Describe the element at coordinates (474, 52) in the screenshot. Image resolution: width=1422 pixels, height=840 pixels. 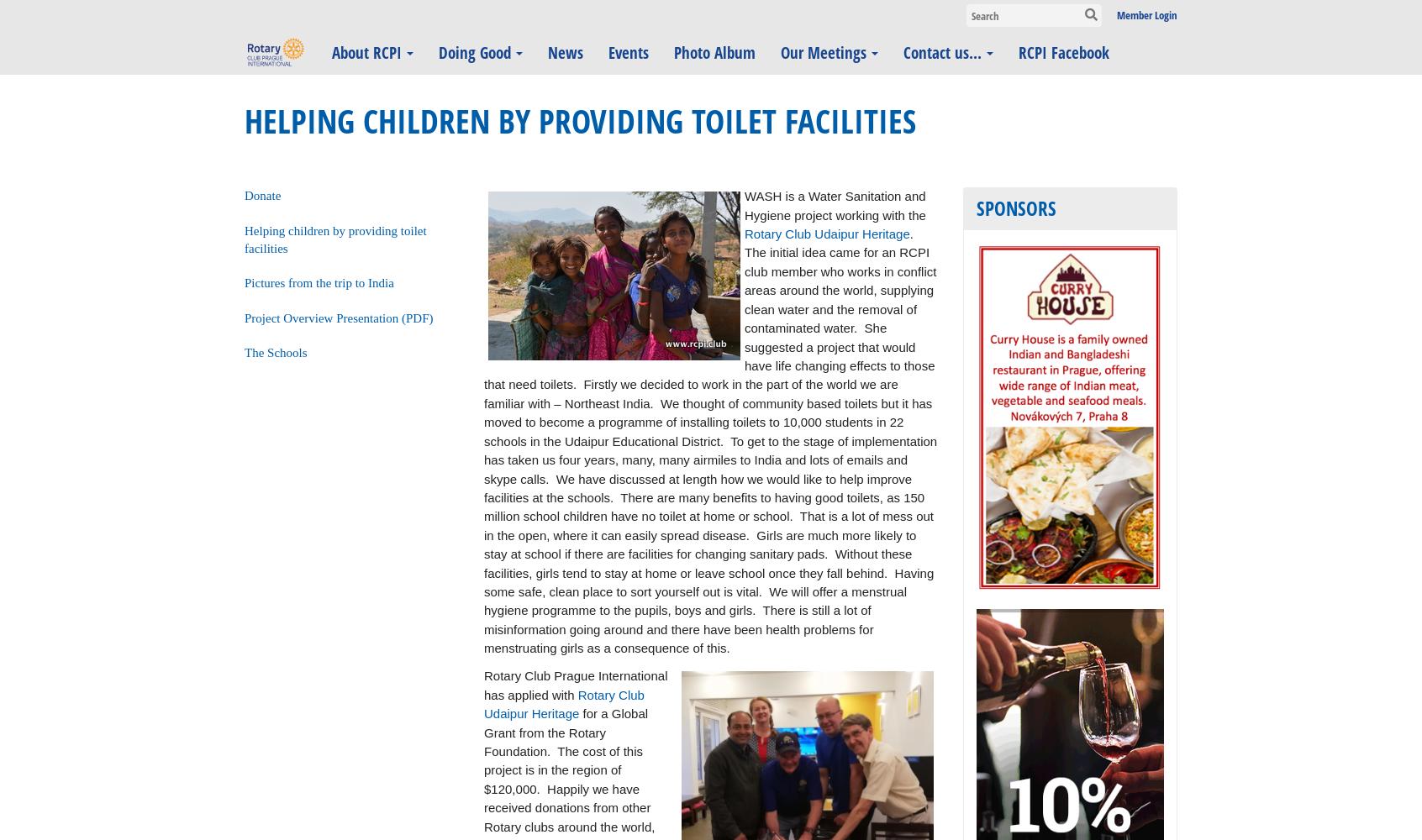
I see `'Doing Good'` at that location.